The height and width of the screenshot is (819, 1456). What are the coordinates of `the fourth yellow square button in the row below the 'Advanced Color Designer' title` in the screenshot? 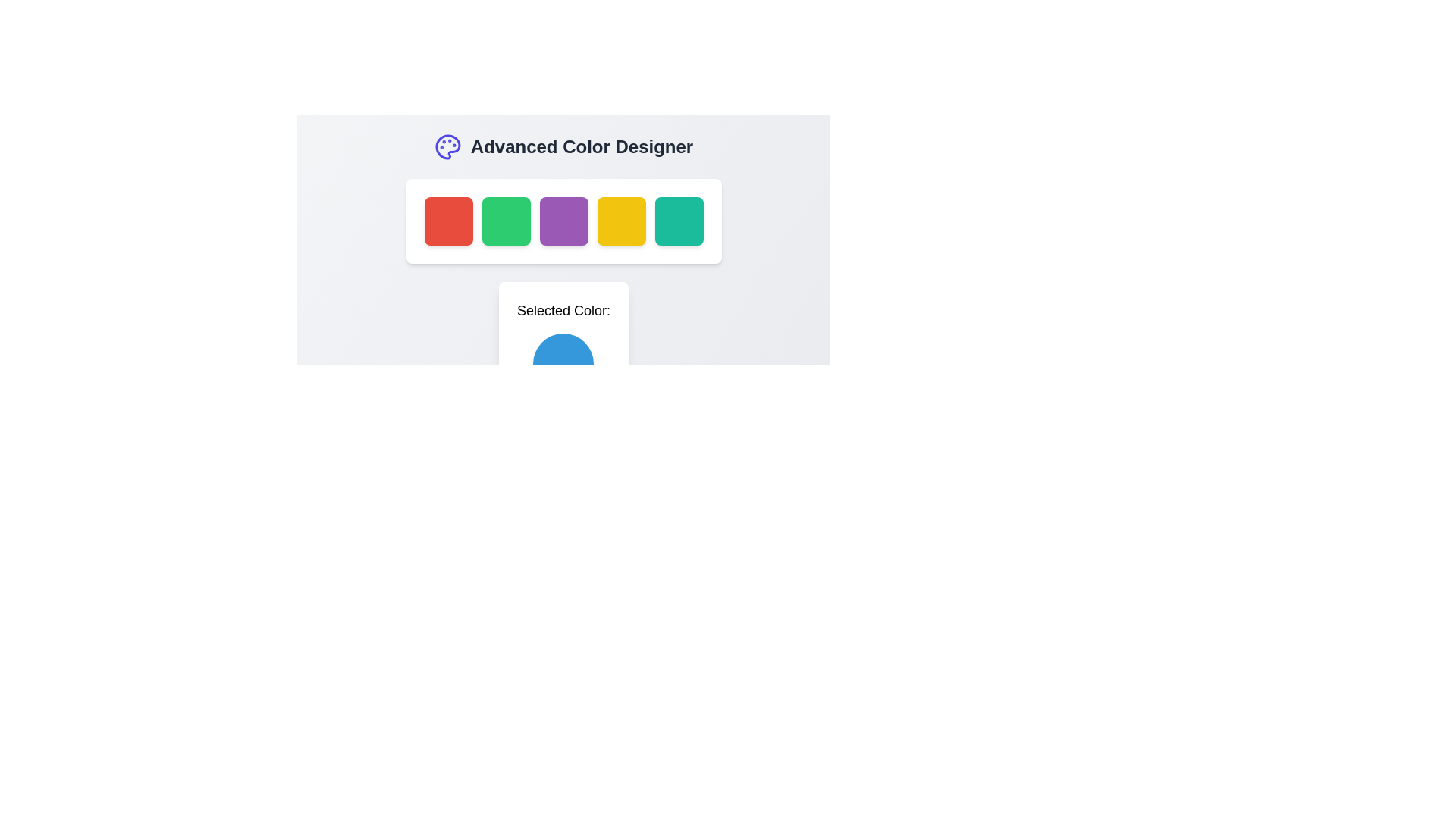 It's located at (621, 221).